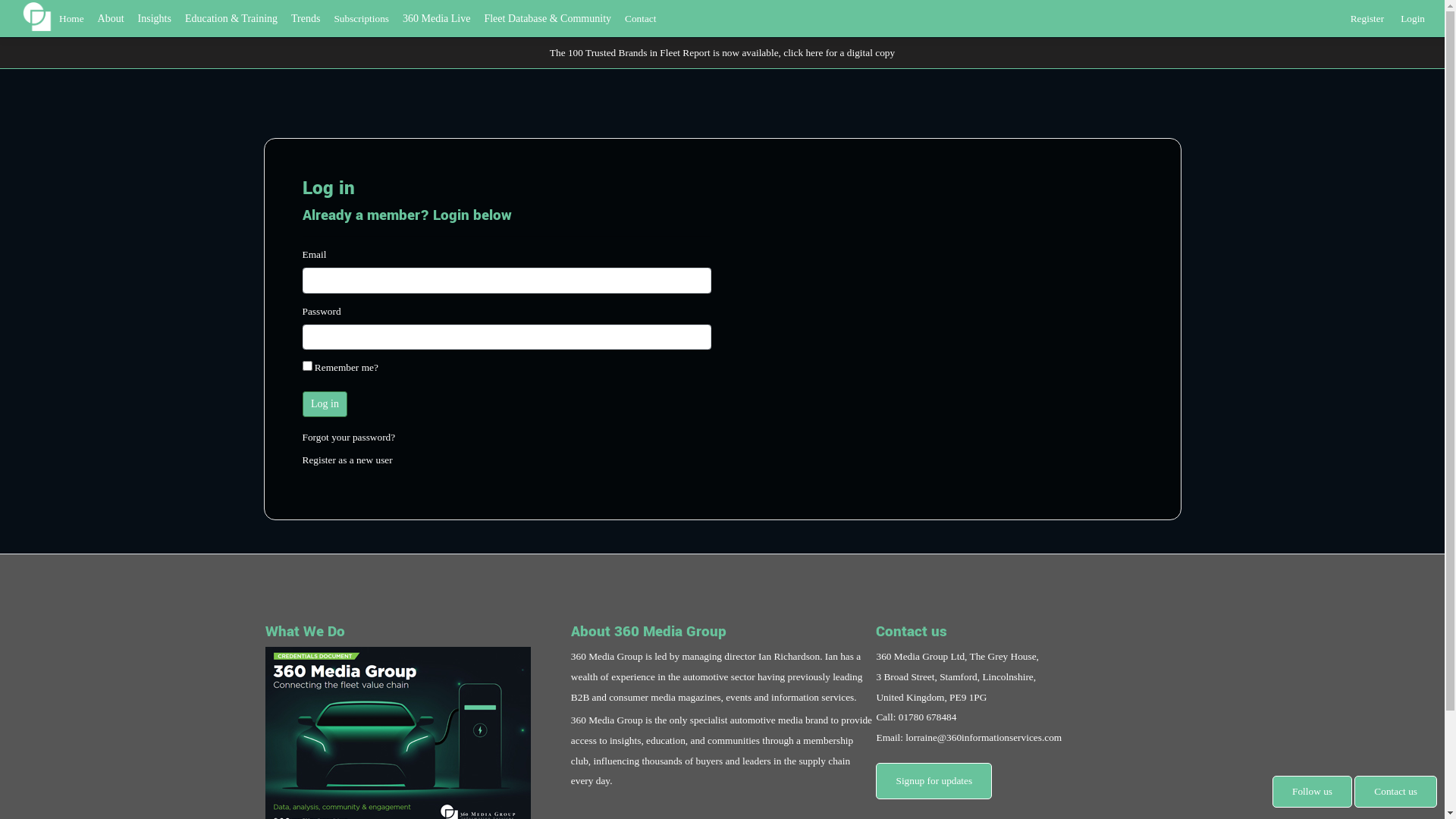  Describe the element at coordinates (1395, 791) in the screenshot. I see `'Contact us'` at that location.